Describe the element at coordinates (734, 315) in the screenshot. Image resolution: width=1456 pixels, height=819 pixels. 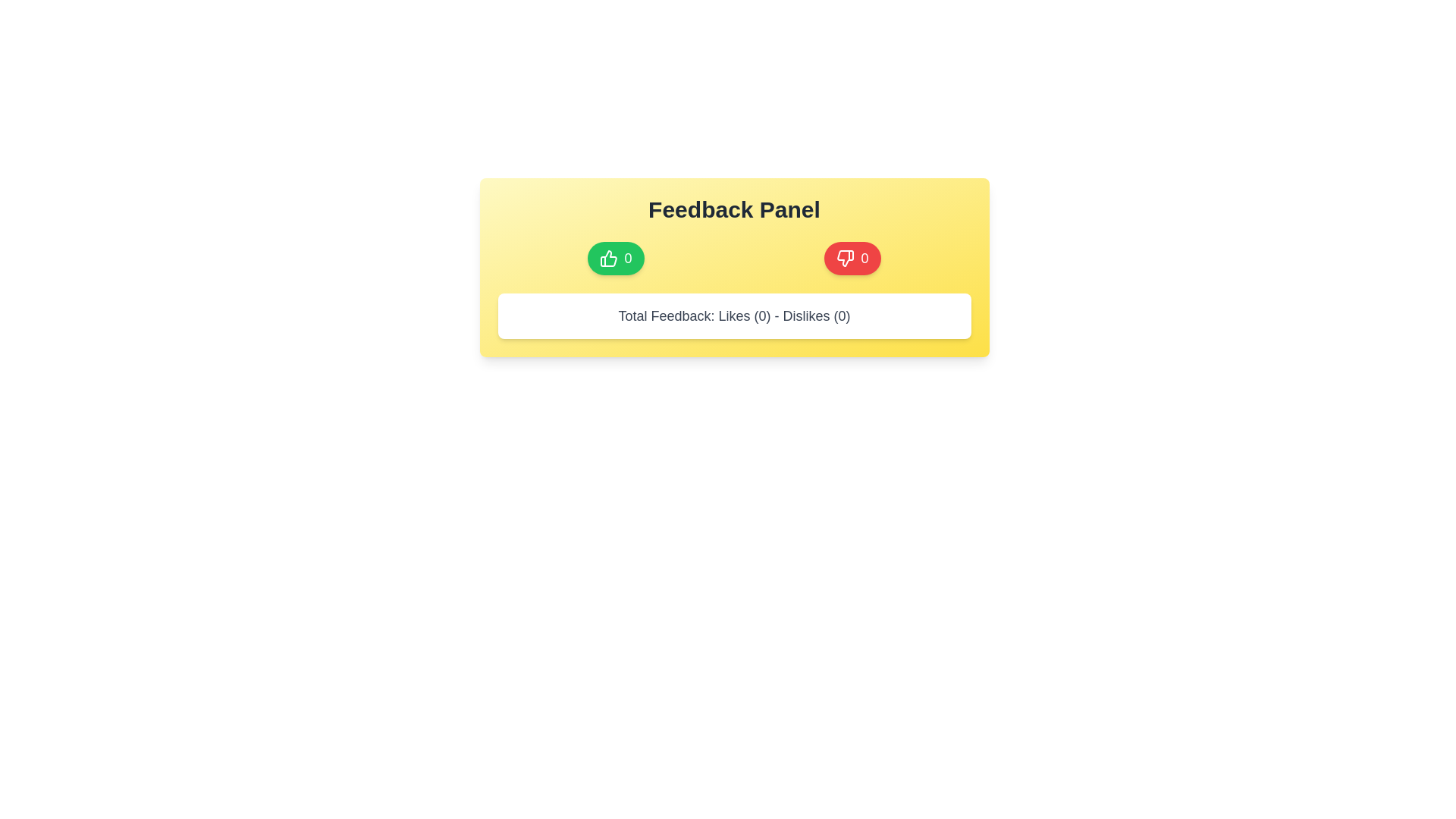
I see `text content from the Text display panel located at the bottom of the feedback panel, which shows the total count of likes and dislikes` at that location.